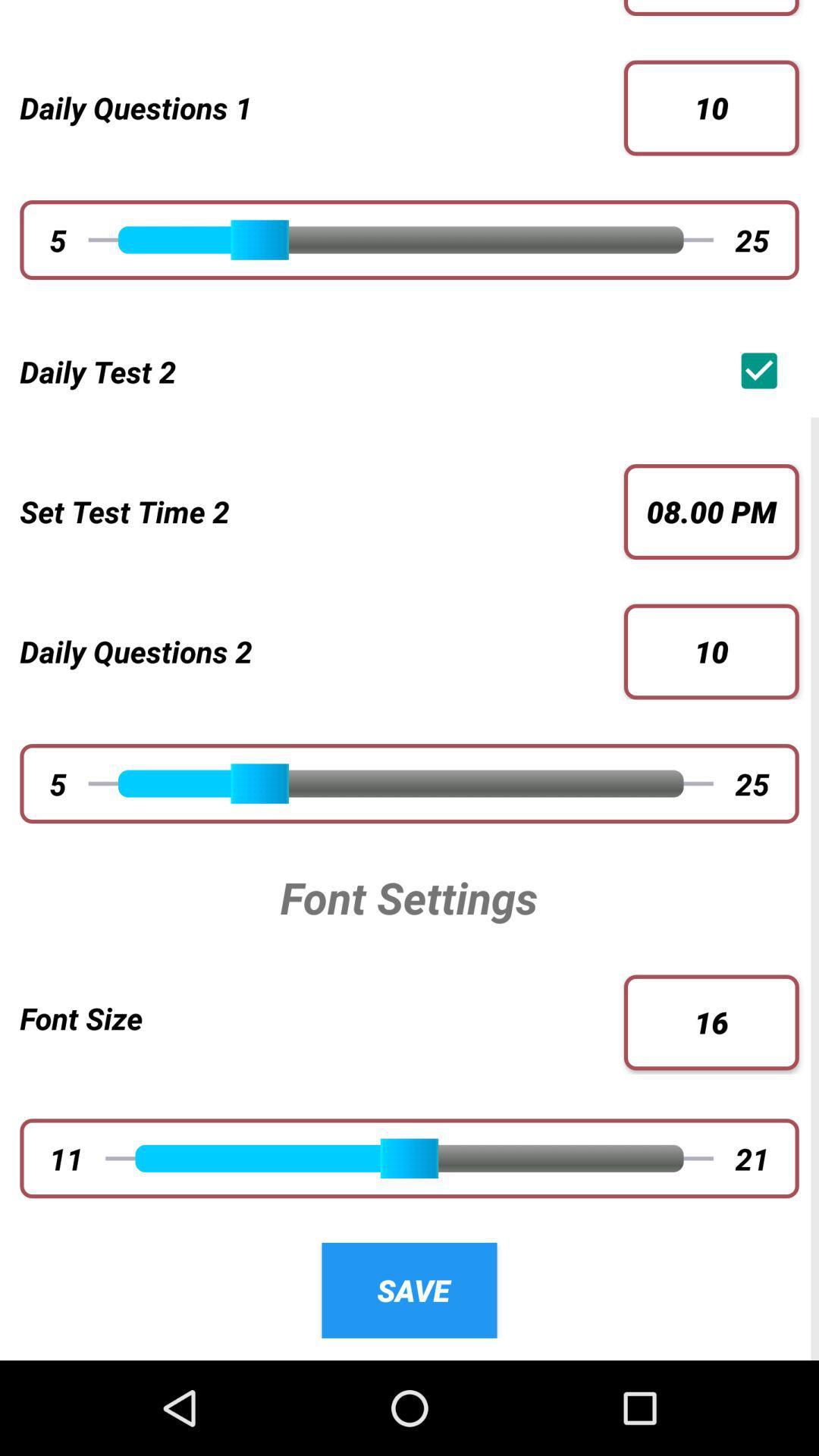 The image size is (819, 1456). What do you see at coordinates (763, 371) in the screenshot?
I see `the icon to the right of the daily test 2` at bounding box center [763, 371].